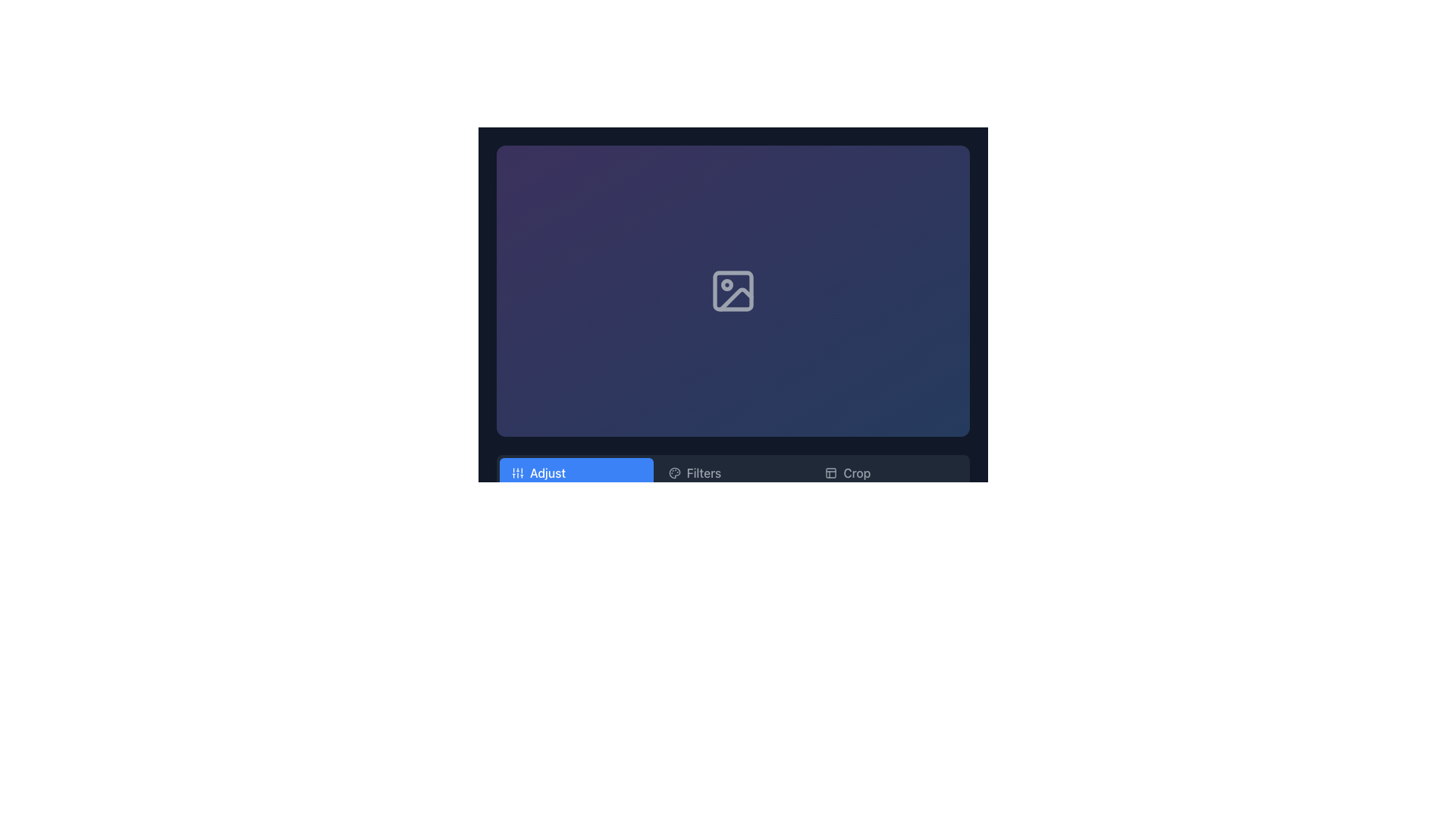 The height and width of the screenshot is (819, 1456). Describe the element at coordinates (517, 472) in the screenshot. I see `the vertical sliders icon located to the left of the 'Adjust' button at the bottom left of the interface` at that location.